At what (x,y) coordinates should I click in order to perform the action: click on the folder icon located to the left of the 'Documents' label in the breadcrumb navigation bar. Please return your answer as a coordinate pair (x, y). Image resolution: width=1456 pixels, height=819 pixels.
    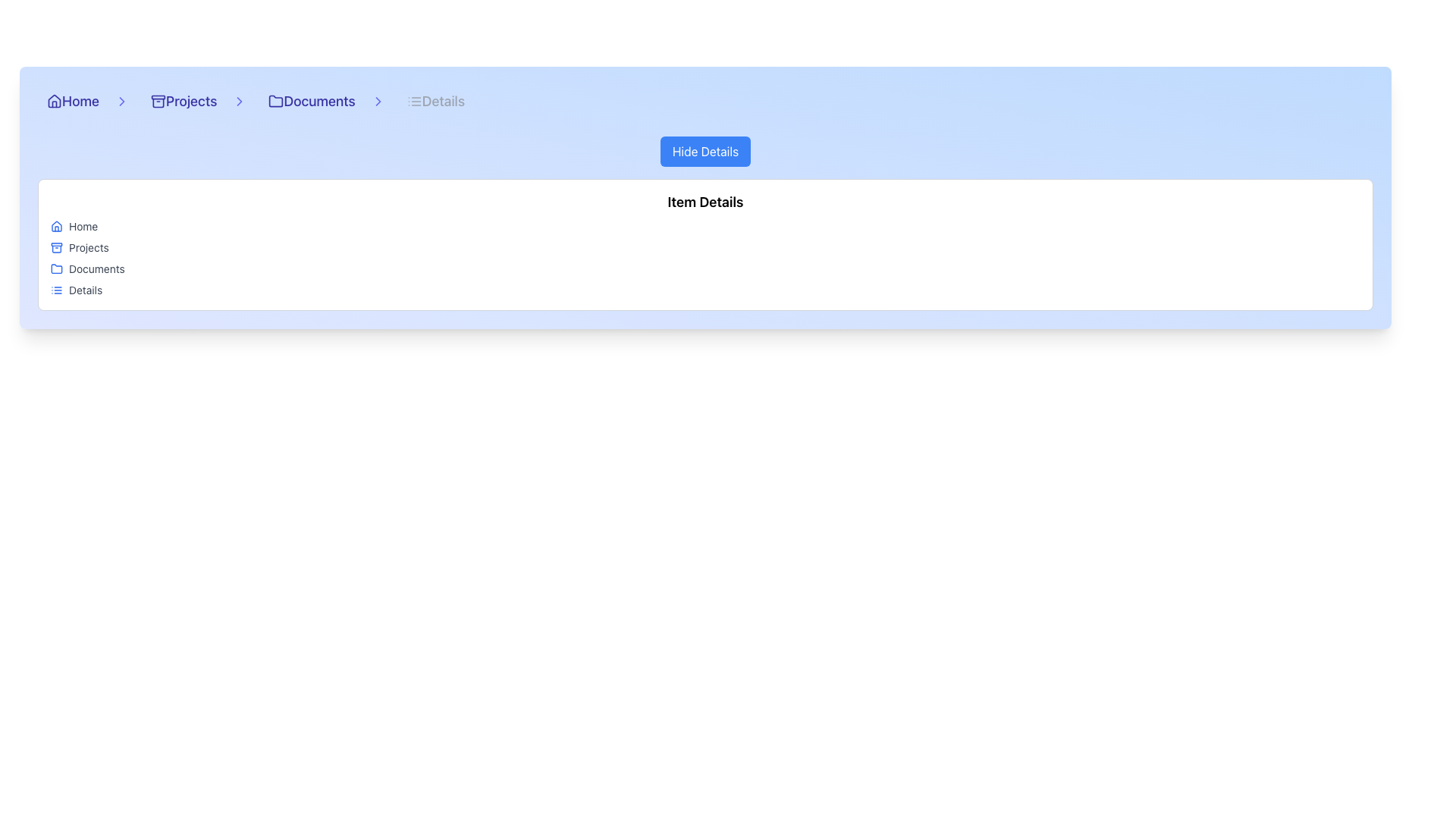
    Looking at the image, I should click on (276, 102).